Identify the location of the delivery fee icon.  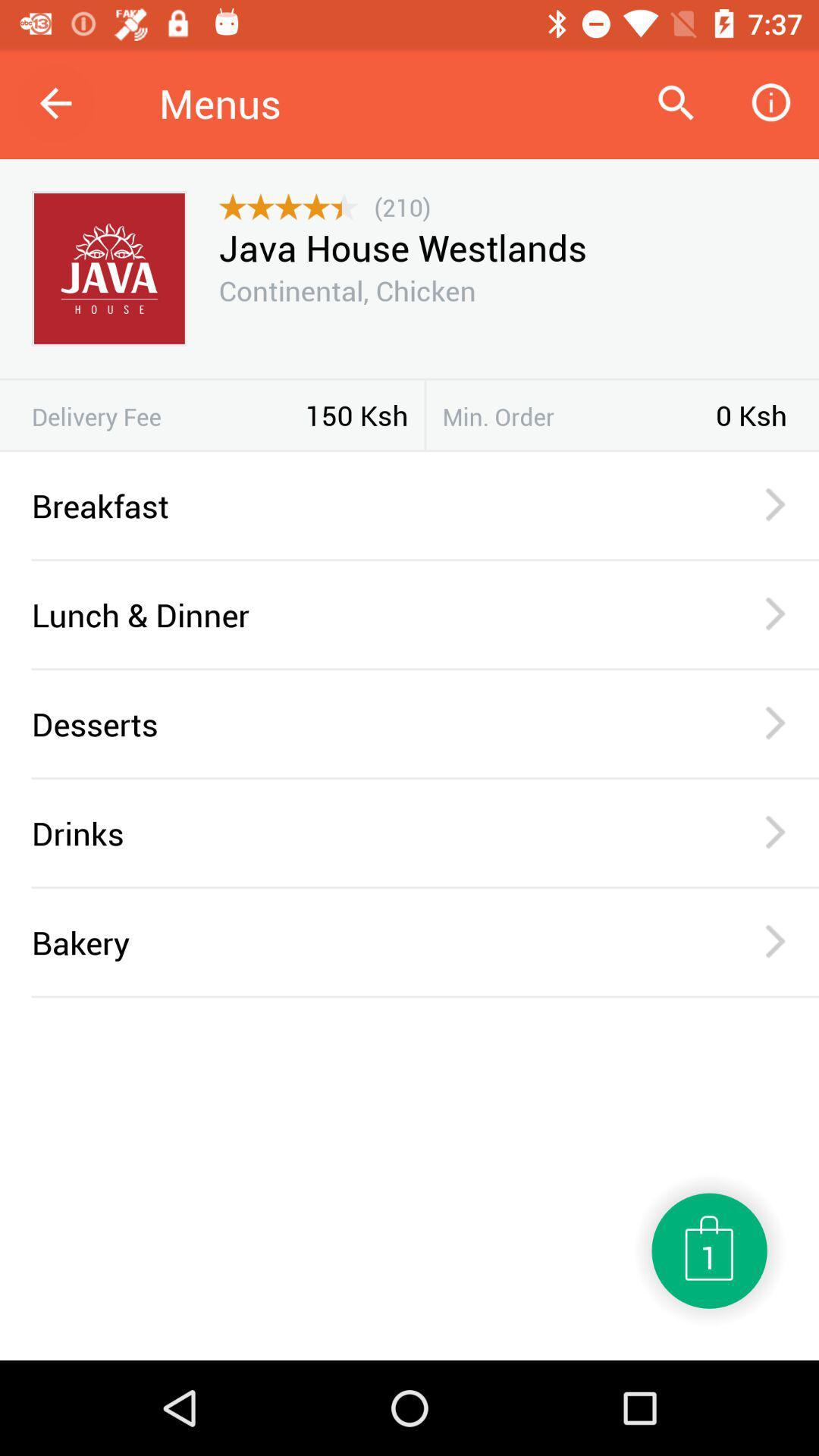
(168, 416).